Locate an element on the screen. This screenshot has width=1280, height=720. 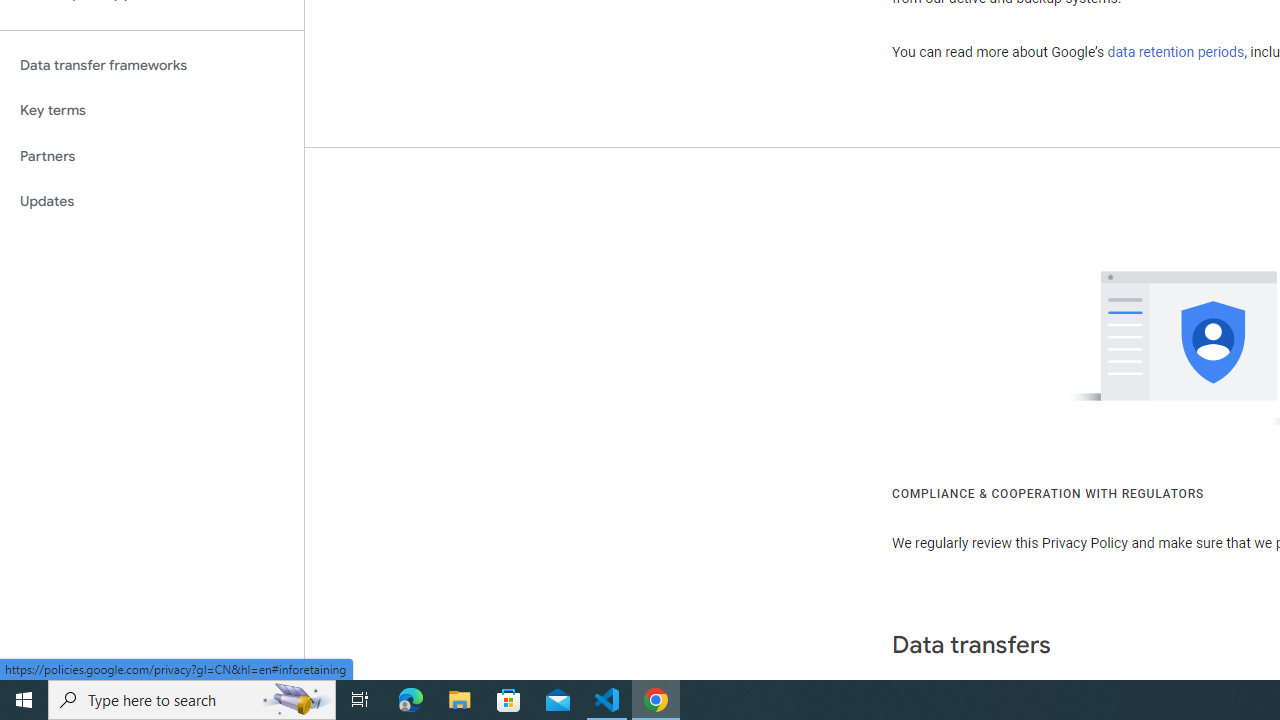
'Data transfer frameworks' is located at coordinates (151, 64).